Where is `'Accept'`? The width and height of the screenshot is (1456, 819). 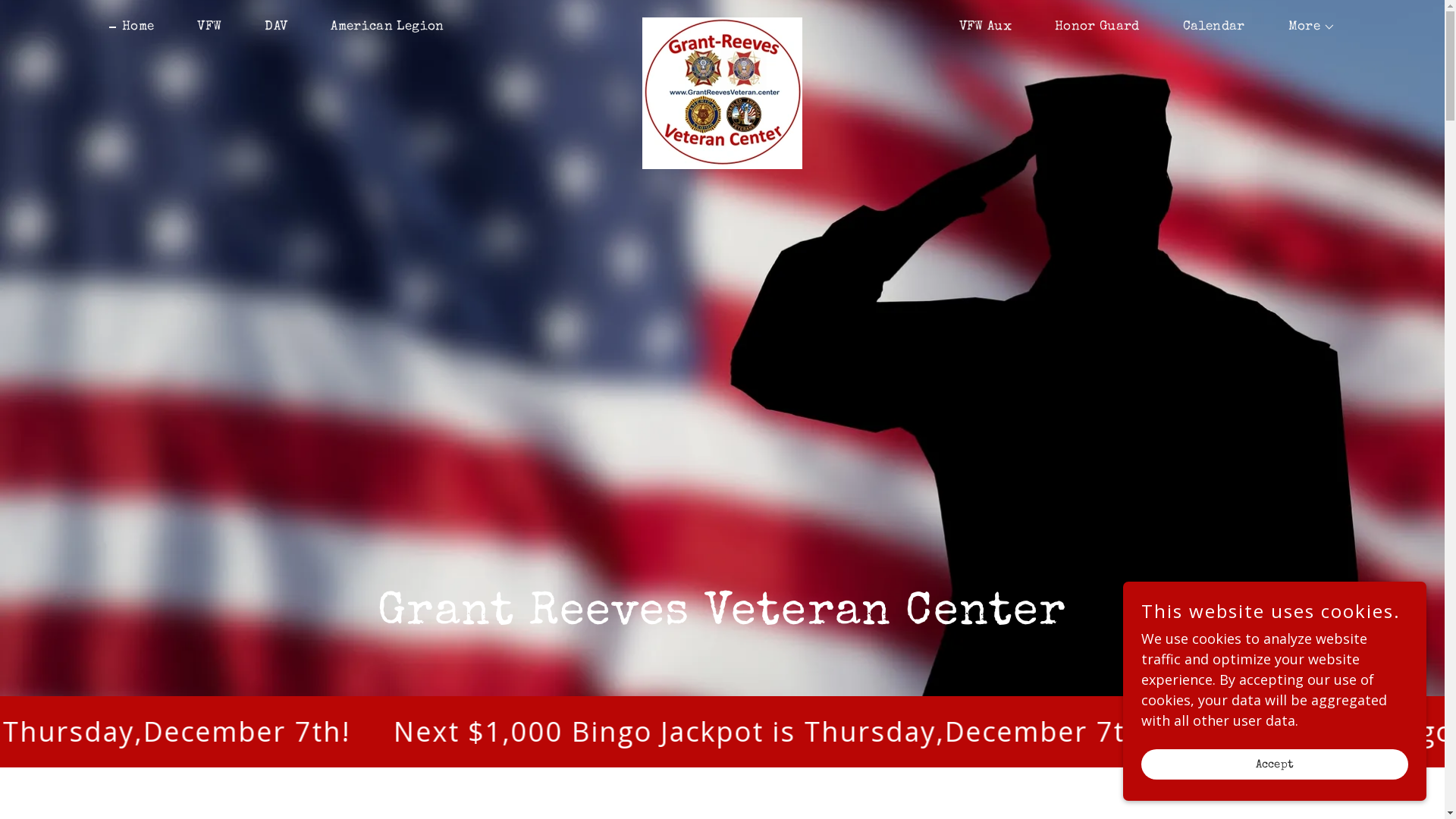 'Accept' is located at coordinates (1274, 764).